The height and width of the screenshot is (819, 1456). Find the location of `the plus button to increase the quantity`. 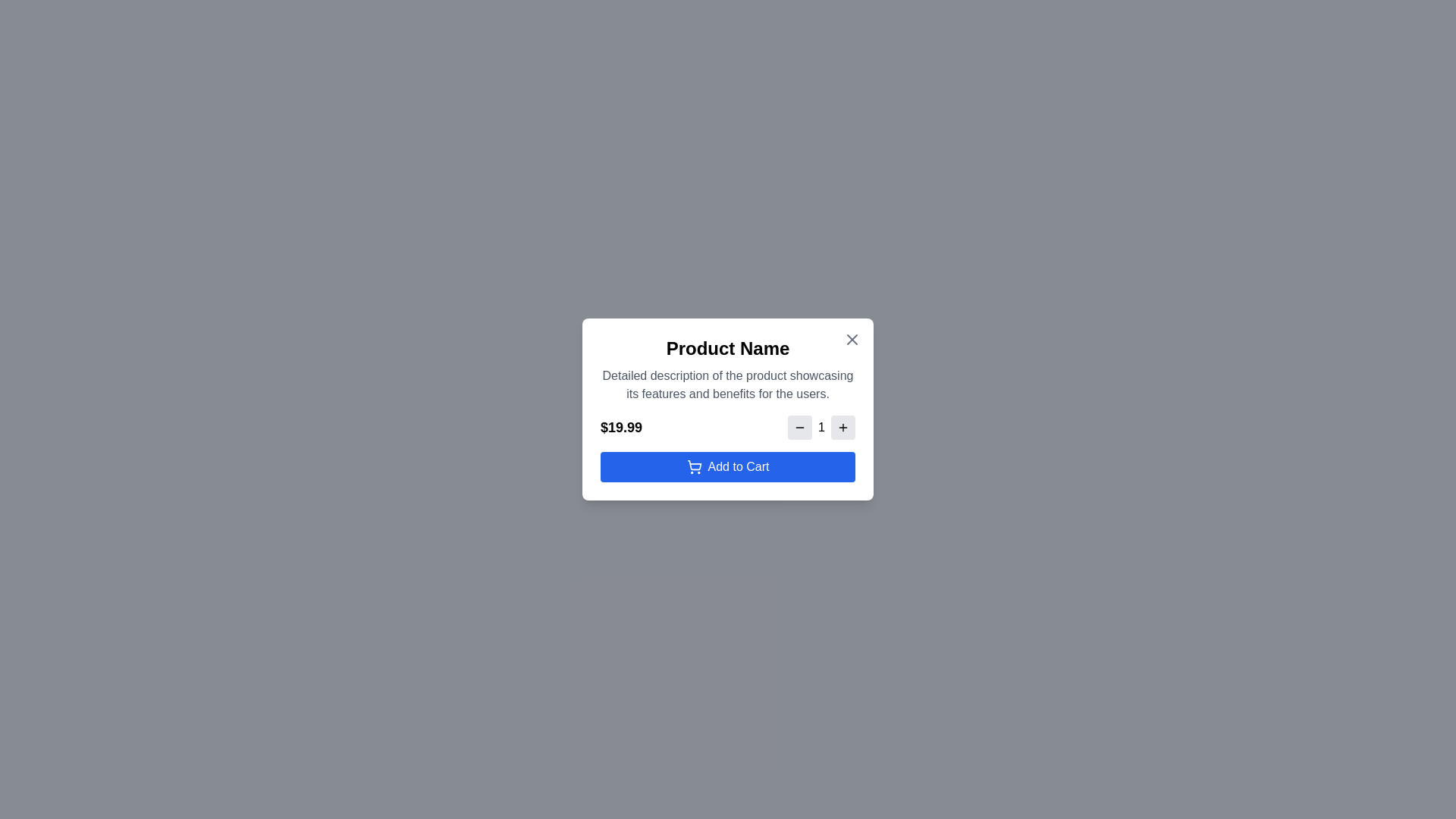

the plus button to increase the quantity is located at coordinates (843, 427).